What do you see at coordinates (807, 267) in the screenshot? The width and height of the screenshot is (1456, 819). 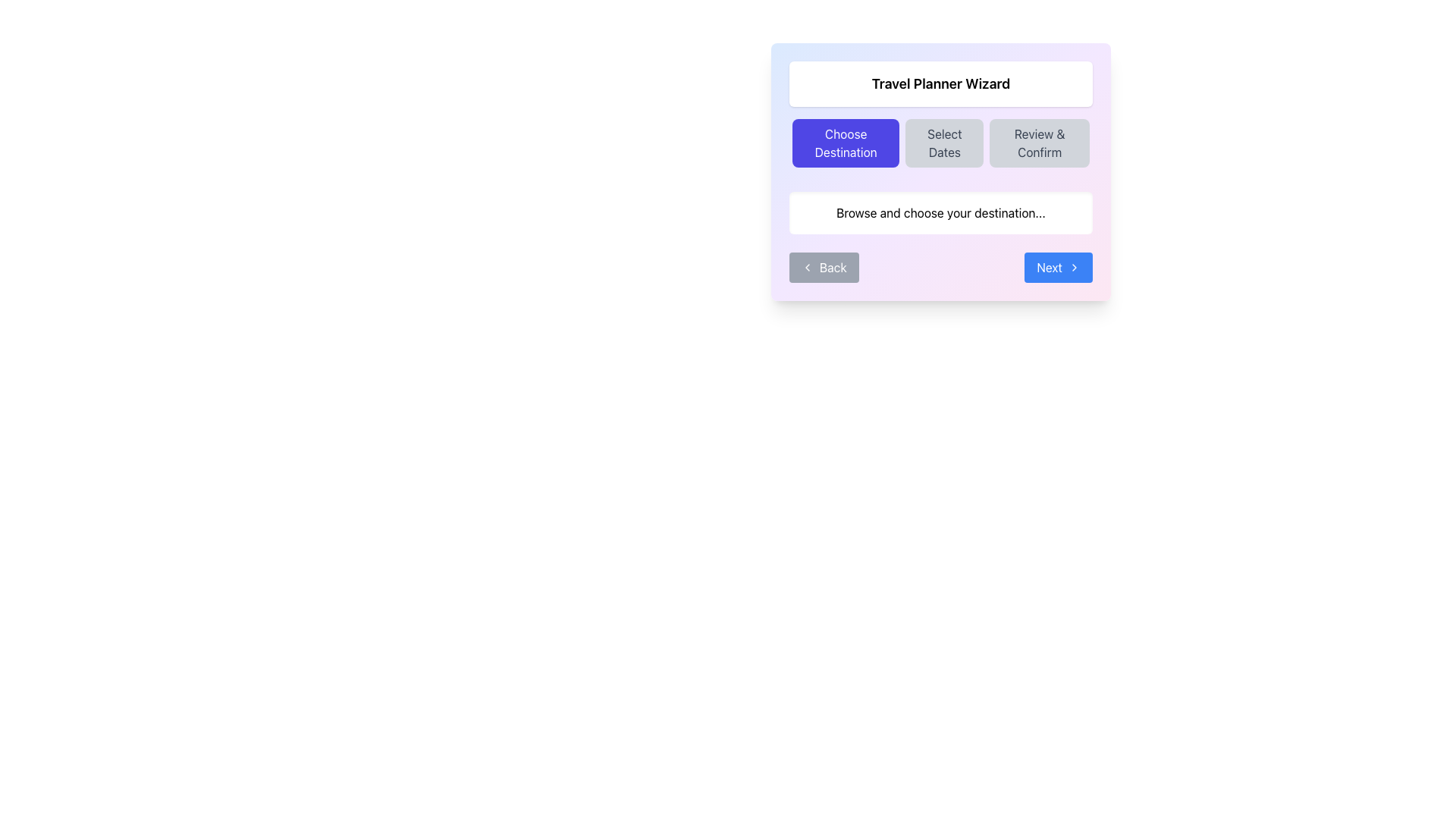 I see `the left-pointing arrow icon inside the 'Back' button located at the bottom-left corner of the form to visually reinforce the action of going back to a previous step` at bounding box center [807, 267].